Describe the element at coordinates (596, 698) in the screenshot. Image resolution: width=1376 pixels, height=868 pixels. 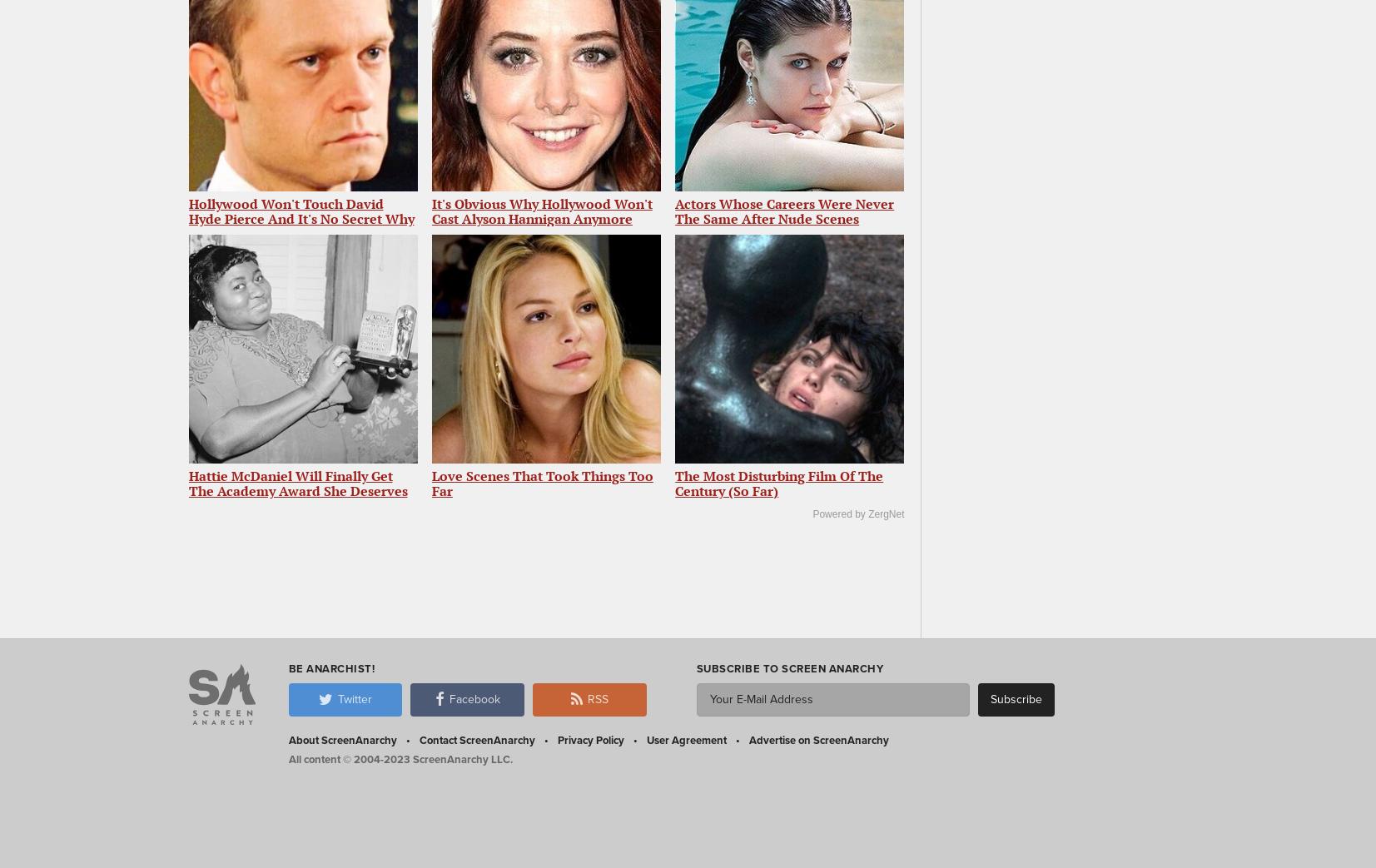
I see `'RSS'` at that location.